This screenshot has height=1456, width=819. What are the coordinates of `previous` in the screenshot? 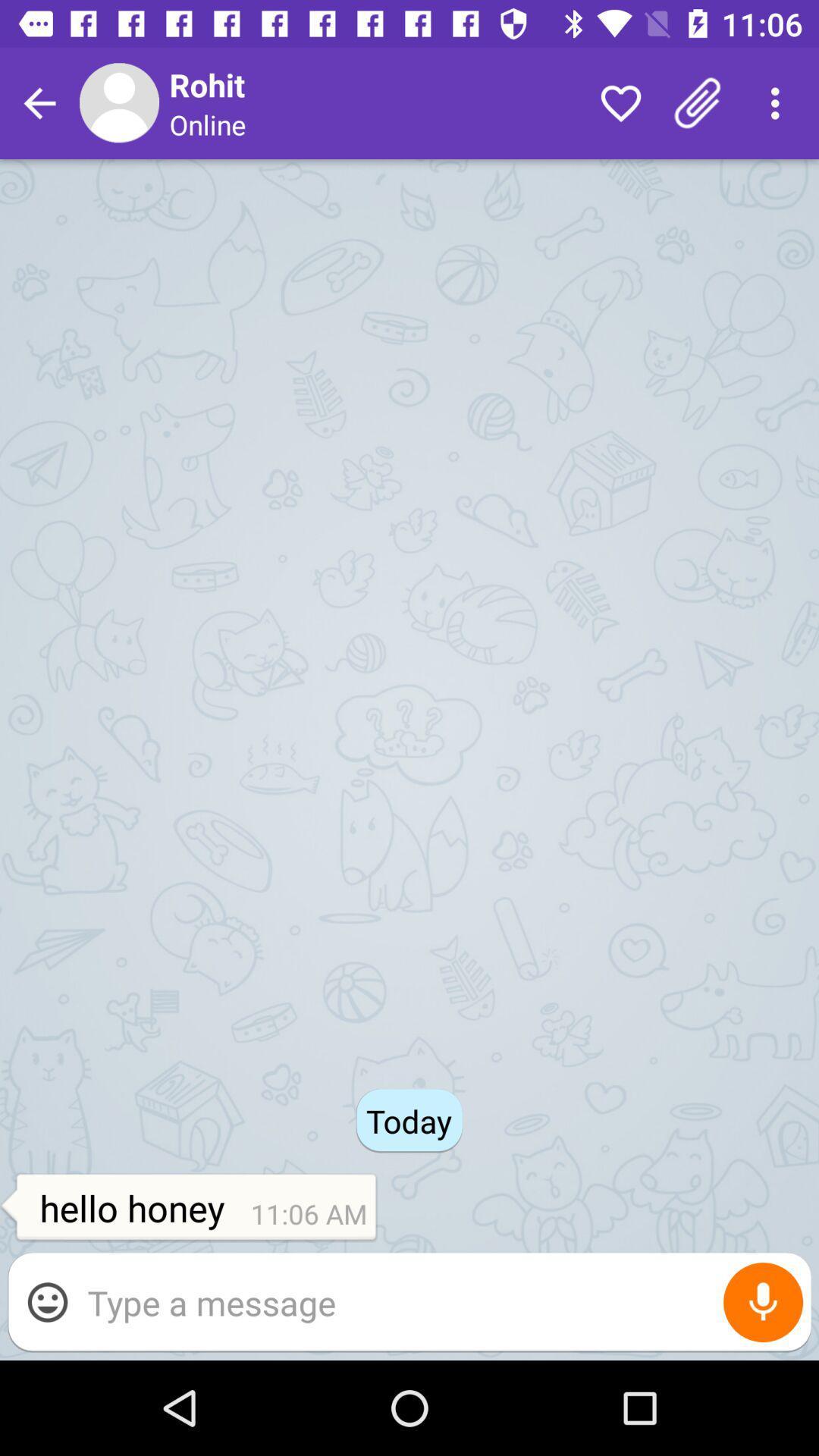 It's located at (39, 102).